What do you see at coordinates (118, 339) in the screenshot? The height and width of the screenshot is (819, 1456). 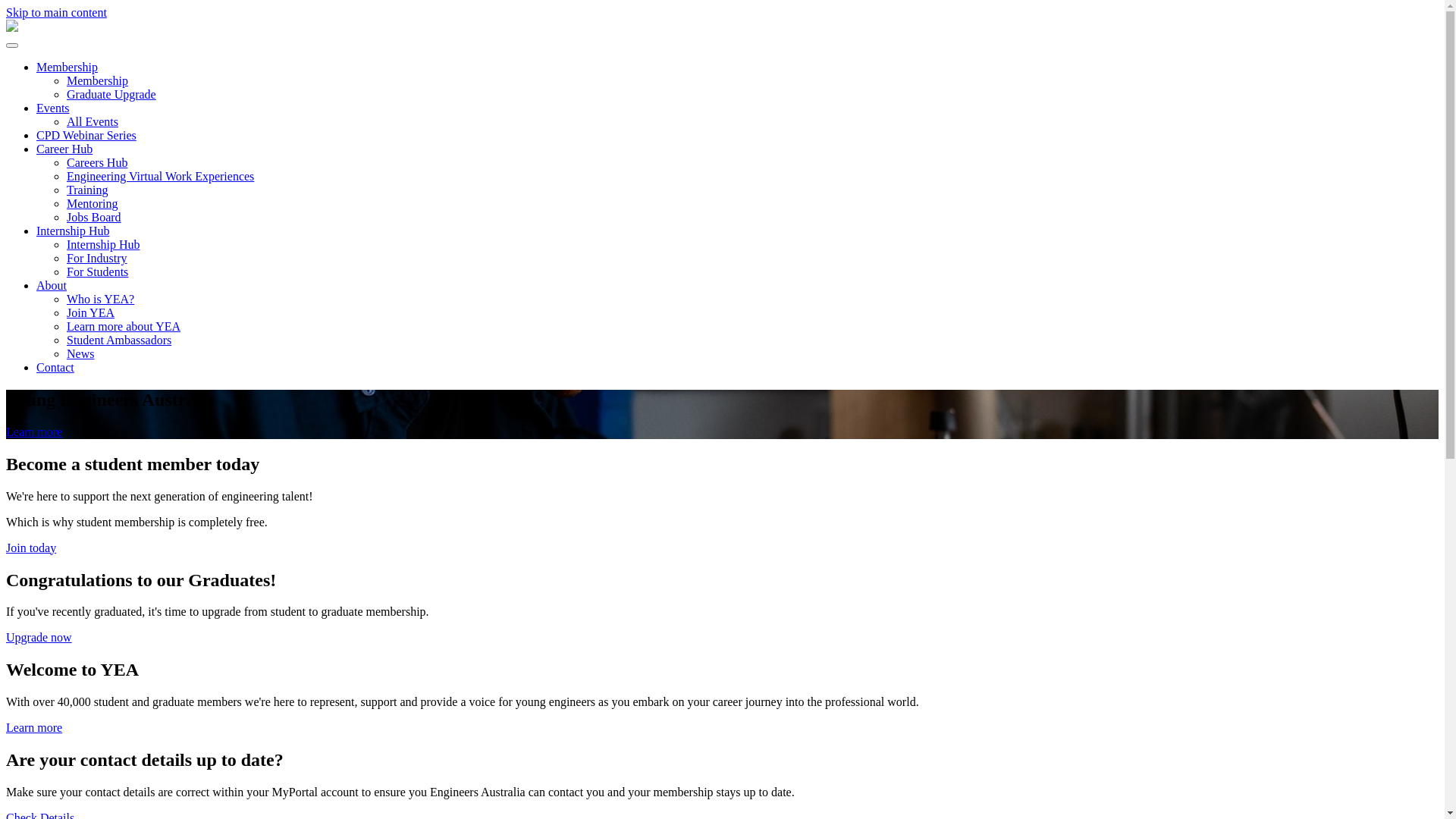 I see `'Student Ambassadors'` at bounding box center [118, 339].